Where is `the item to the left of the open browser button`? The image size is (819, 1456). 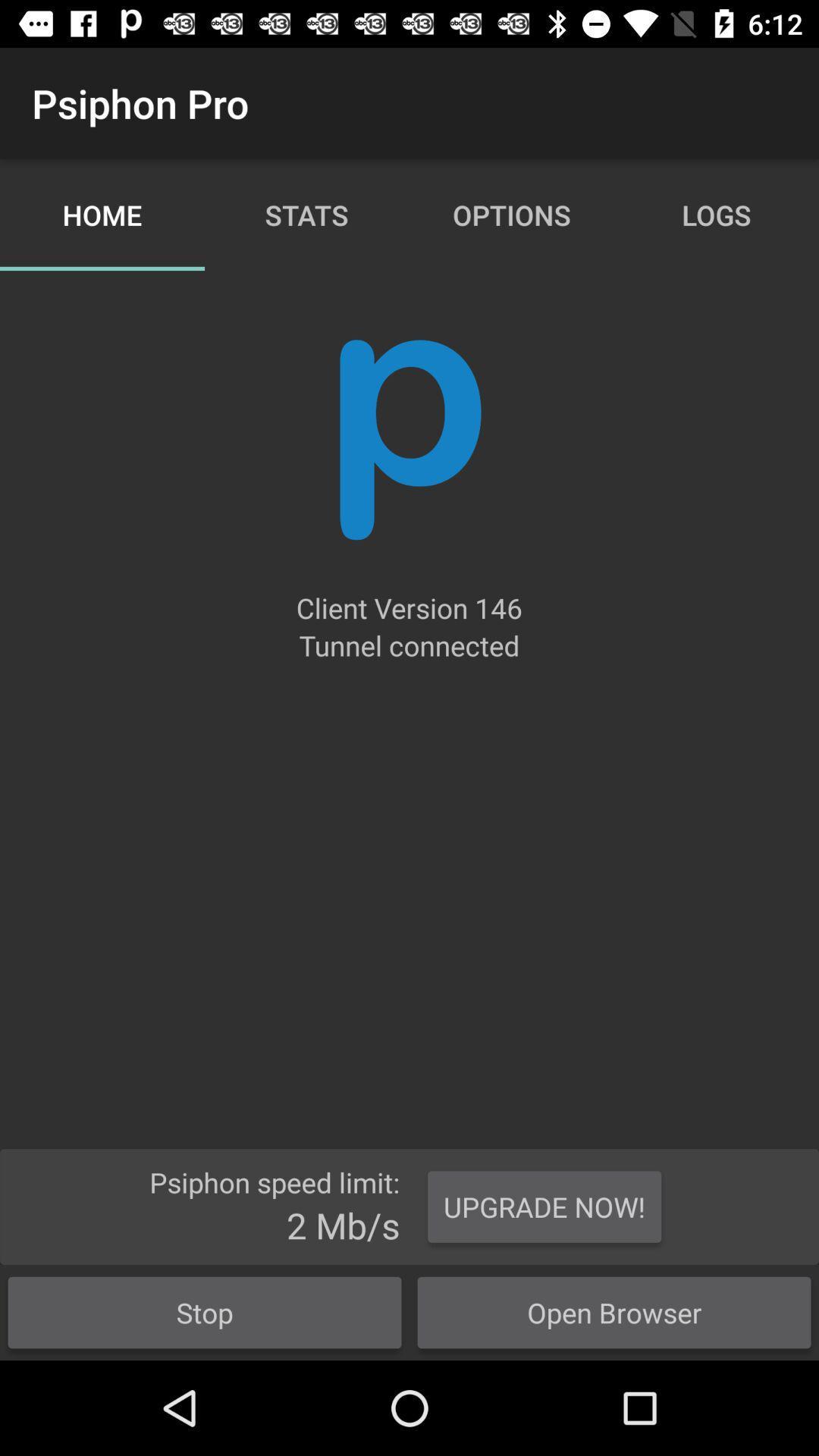
the item to the left of the open browser button is located at coordinates (205, 1312).